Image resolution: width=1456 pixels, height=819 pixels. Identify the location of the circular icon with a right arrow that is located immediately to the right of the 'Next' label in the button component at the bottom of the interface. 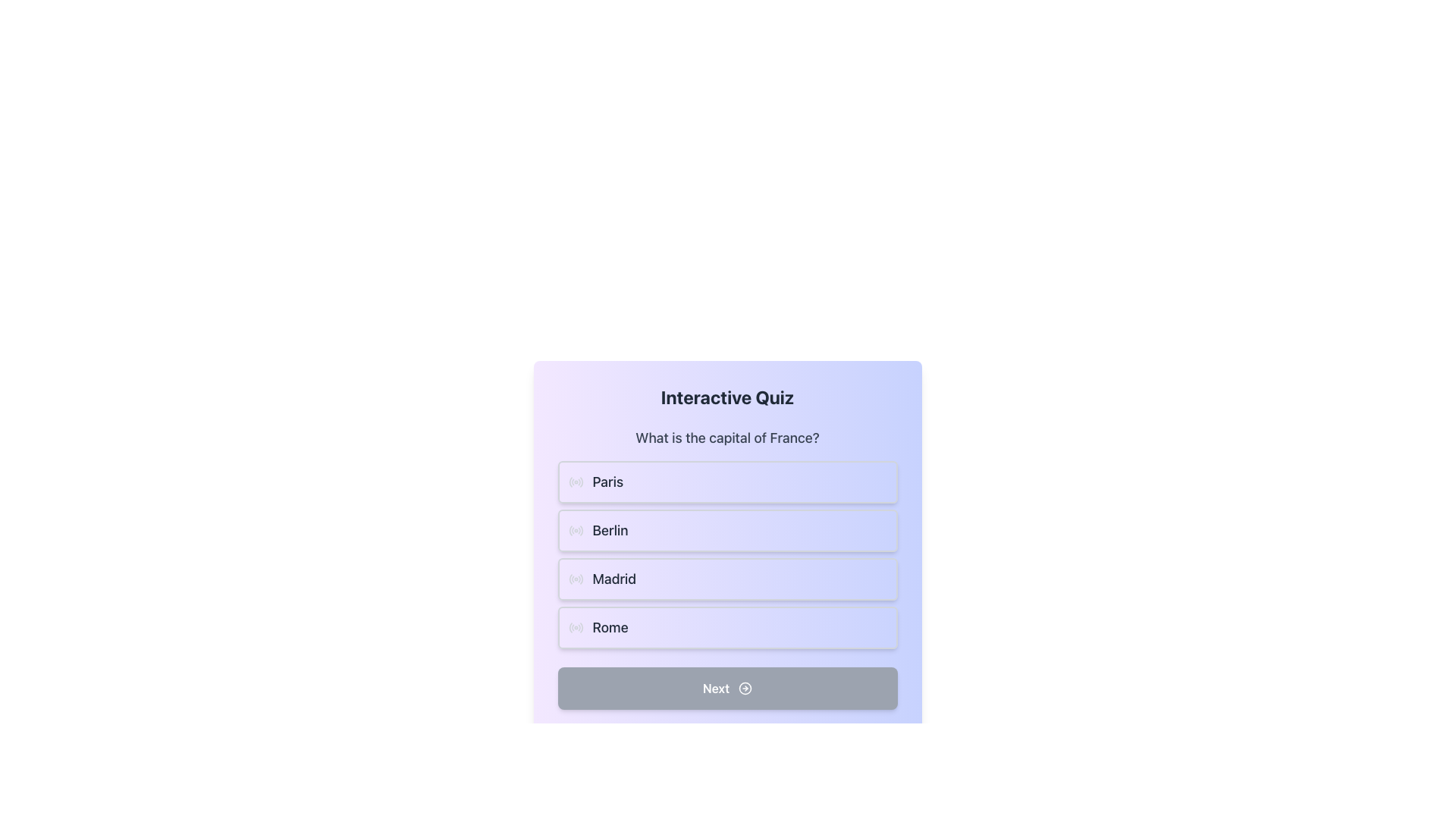
(745, 688).